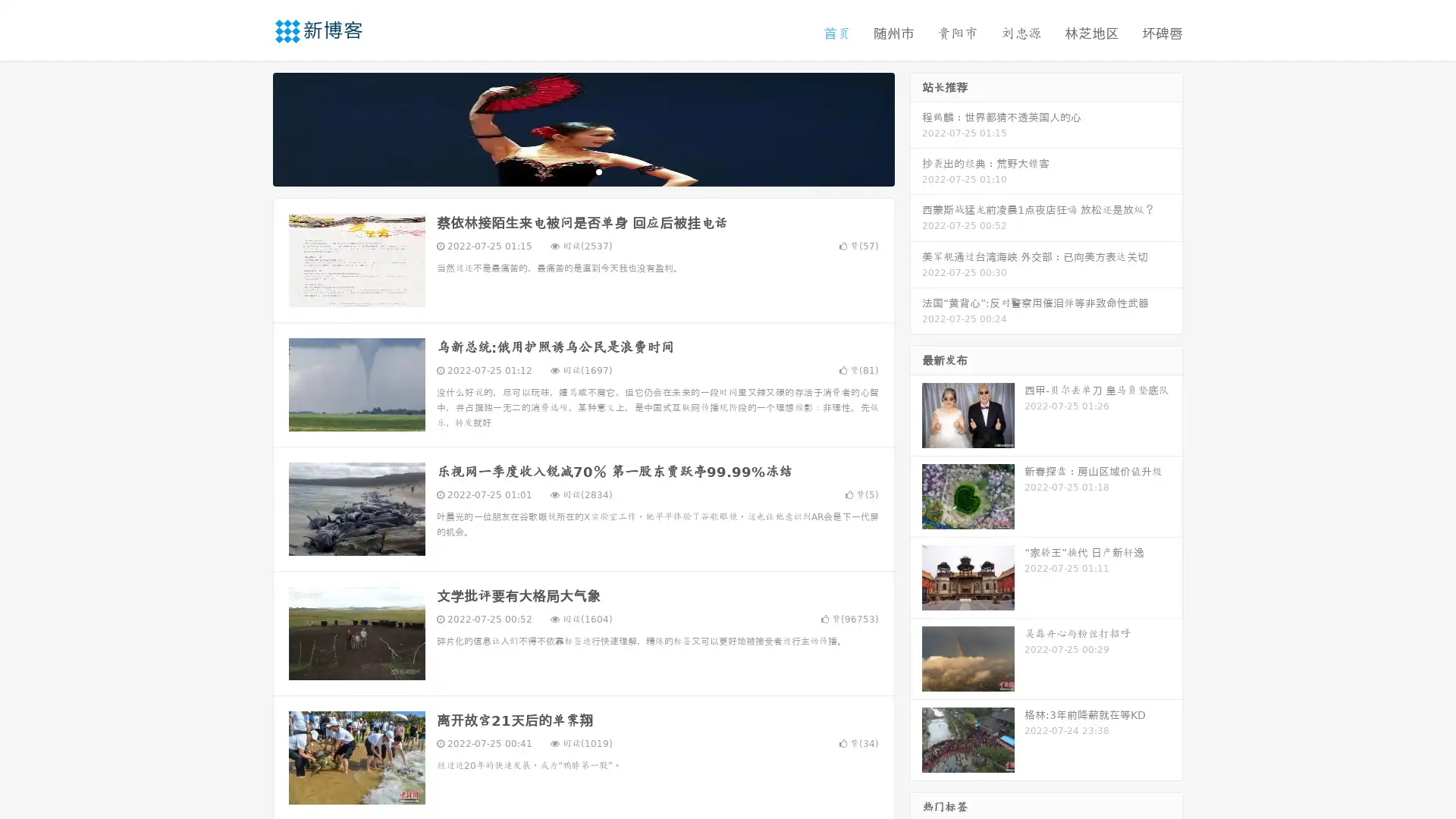 The image size is (1456, 819). What do you see at coordinates (250, 127) in the screenshot?
I see `Previous slide` at bounding box center [250, 127].